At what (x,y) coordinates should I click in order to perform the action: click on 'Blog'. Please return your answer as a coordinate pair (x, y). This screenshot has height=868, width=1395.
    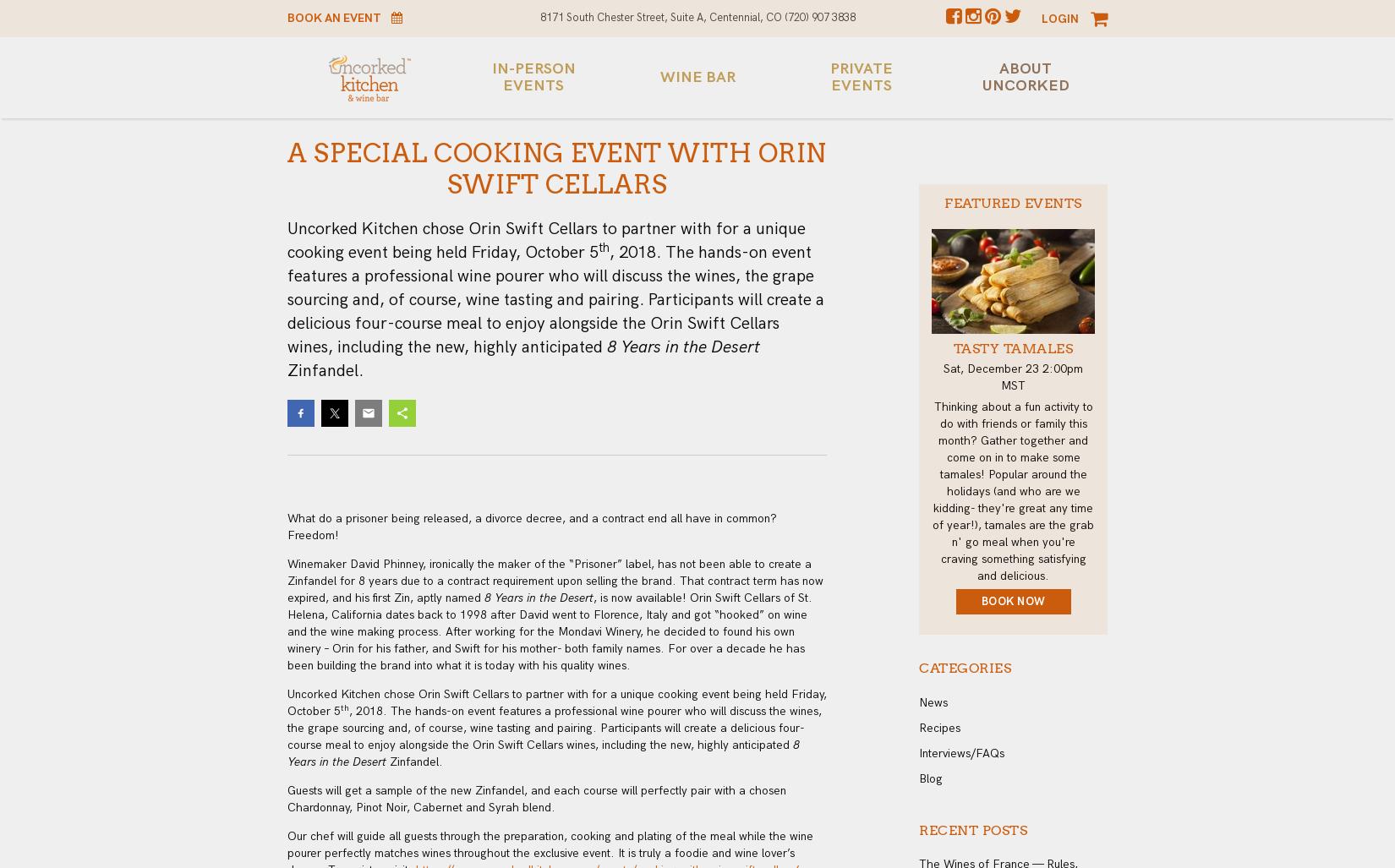
    Looking at the image, I should click on (931, 778).